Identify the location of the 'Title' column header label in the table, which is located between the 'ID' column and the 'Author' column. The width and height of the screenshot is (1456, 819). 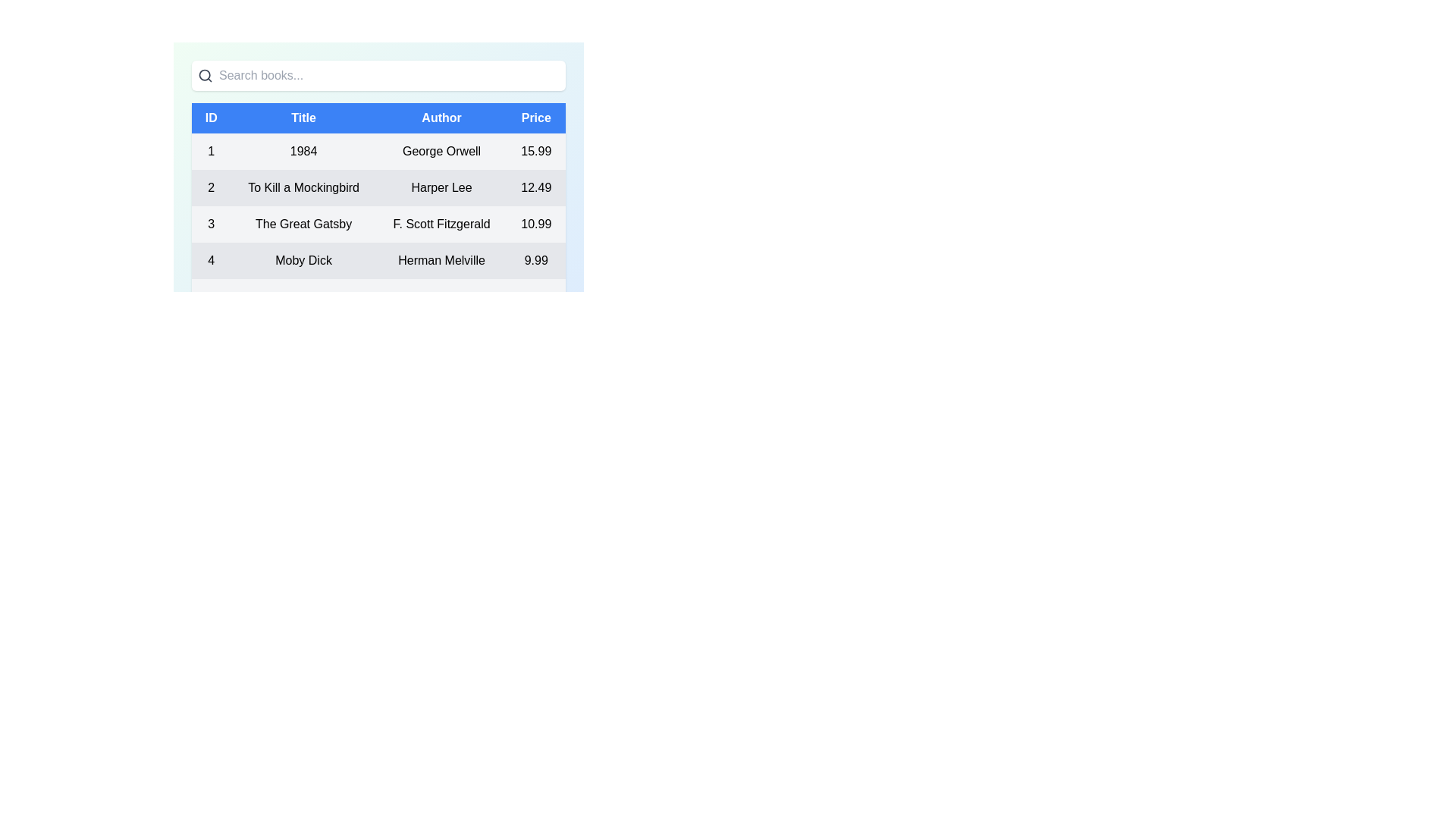
(303, 117).